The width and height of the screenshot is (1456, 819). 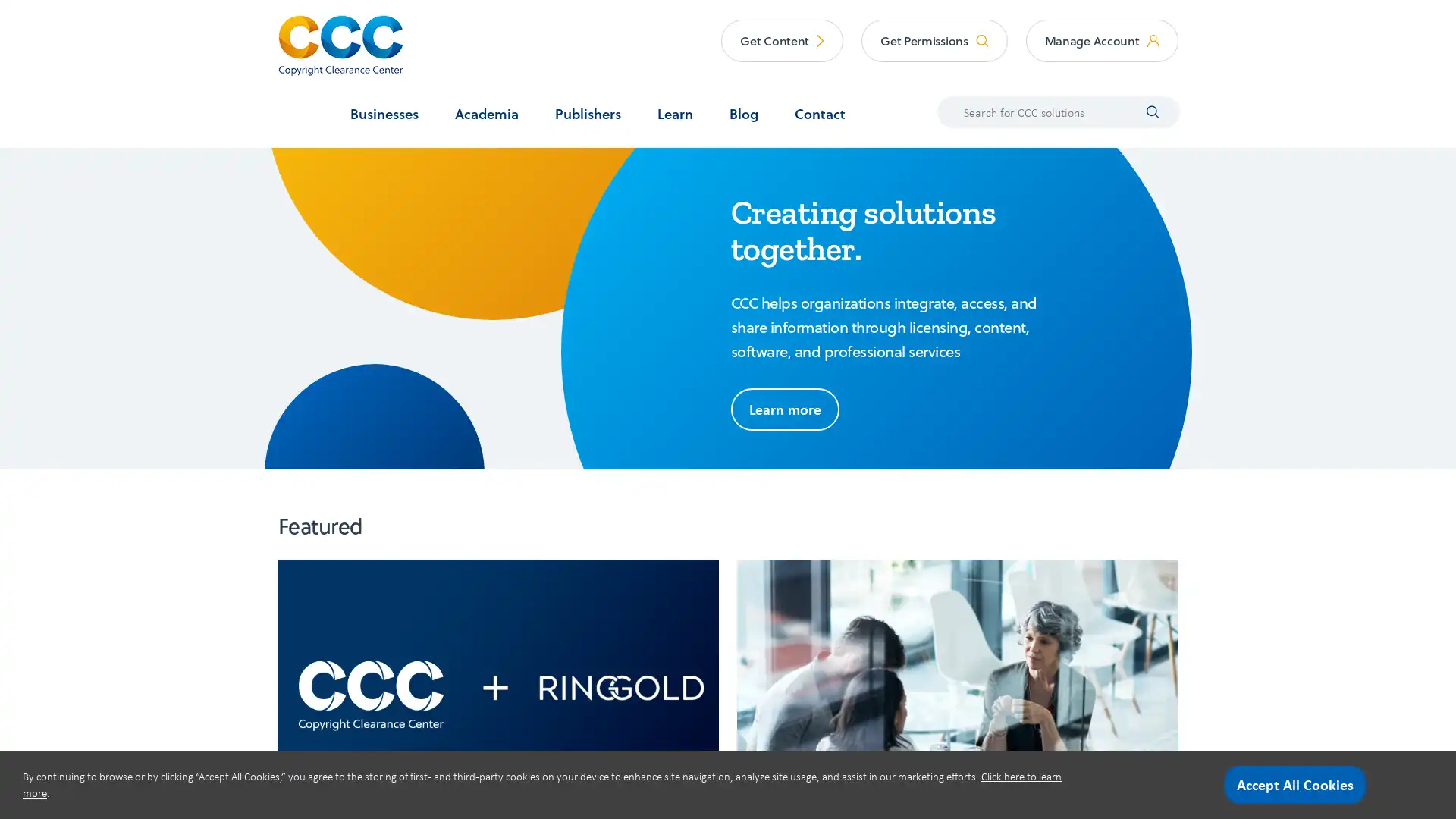 I want to click on Search, so click(x=1142, y=110).